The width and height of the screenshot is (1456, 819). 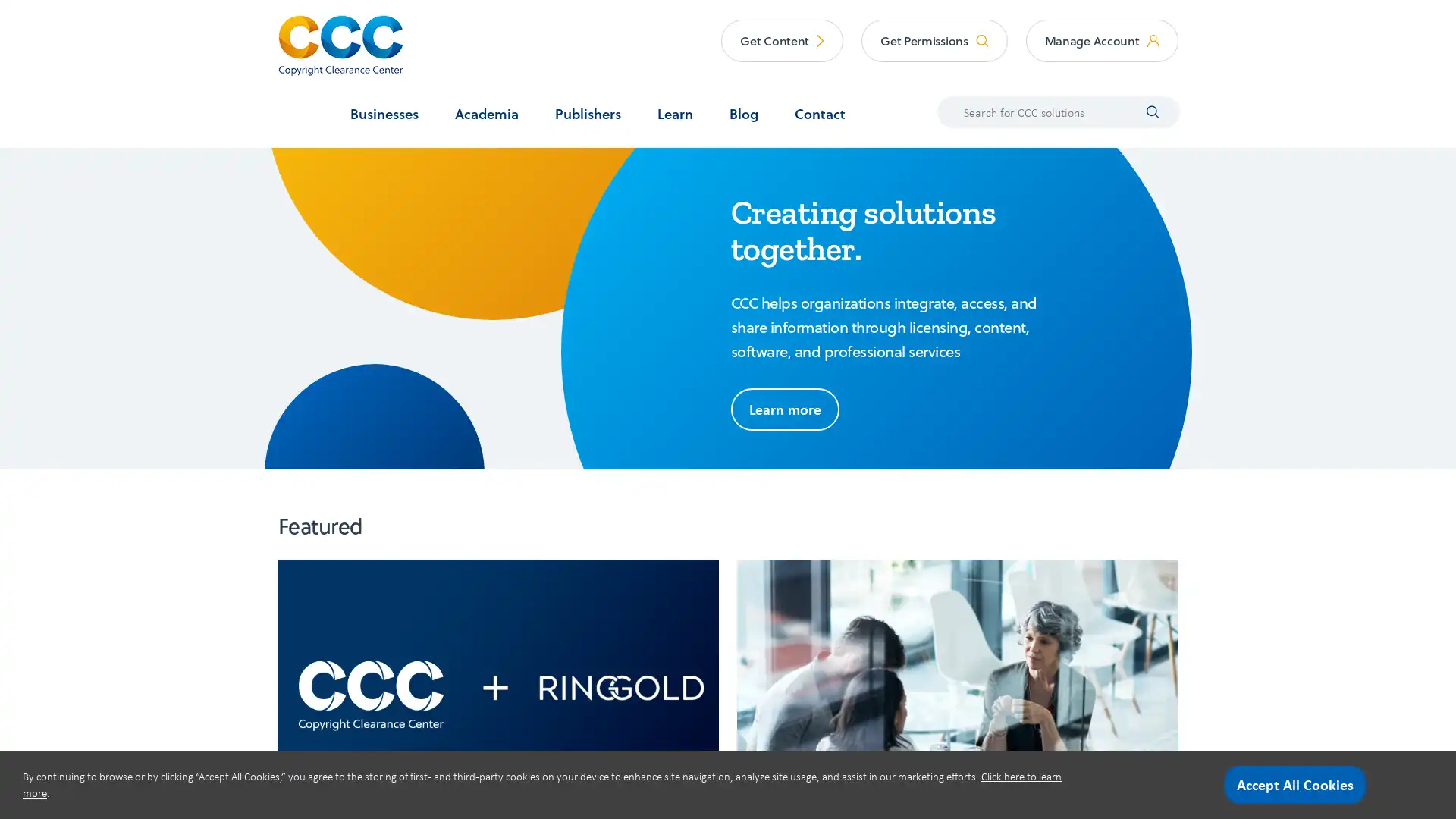 I want to click on Search, so click(x=1142, y=110).